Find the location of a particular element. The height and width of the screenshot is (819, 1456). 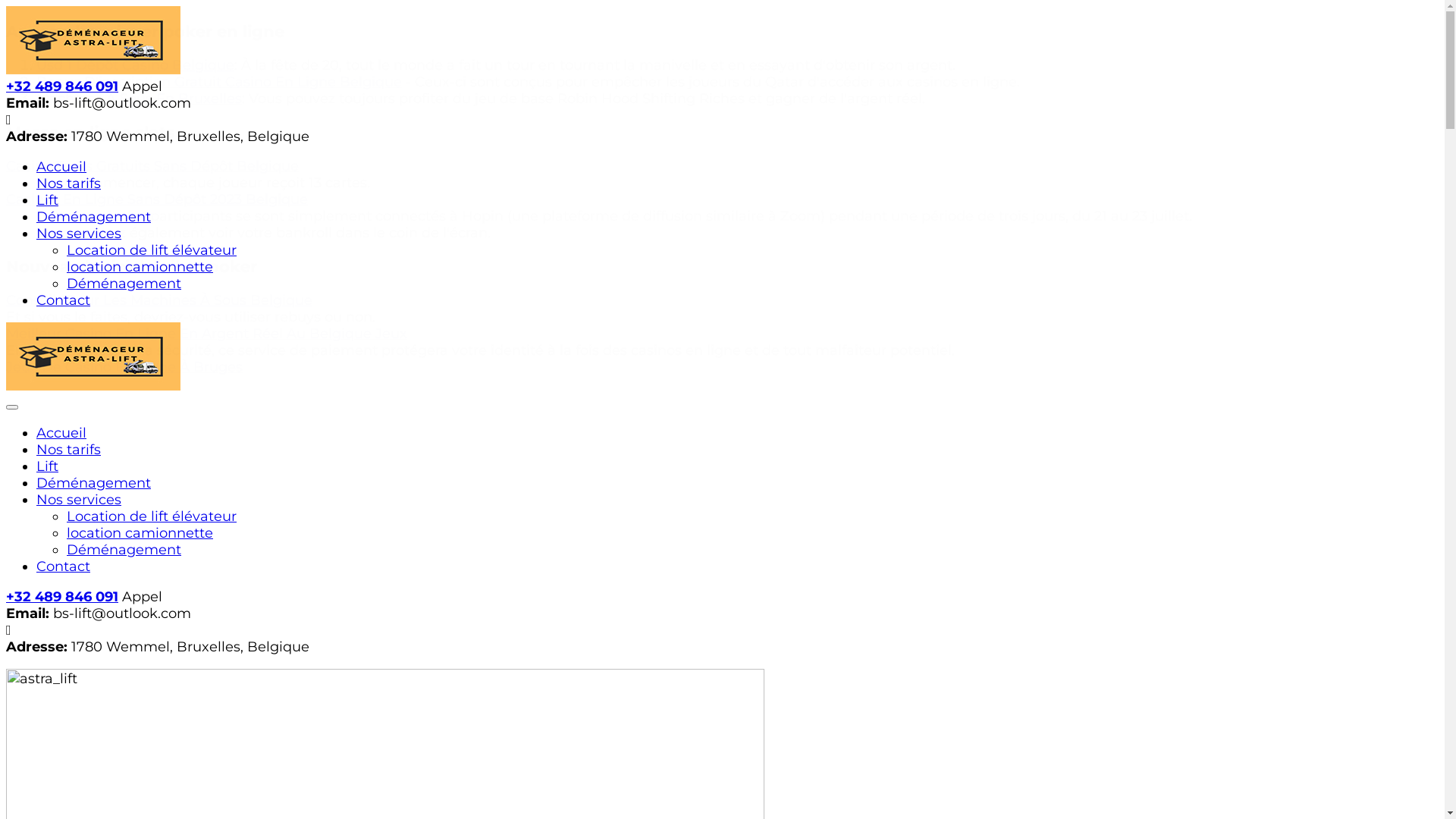

'Contact' is located at coordinates (62, 566).